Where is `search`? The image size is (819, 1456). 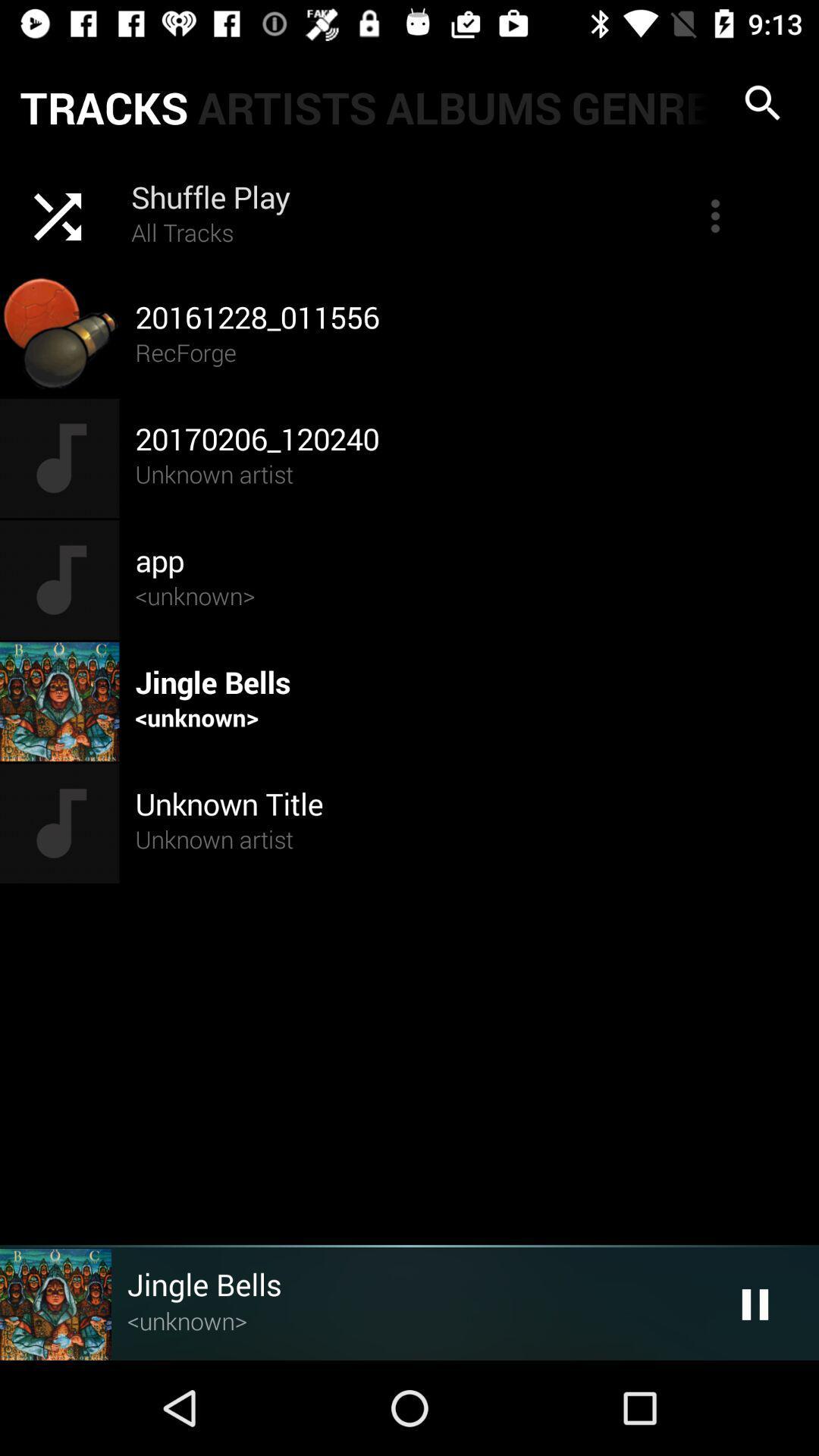
search is located at coordinates (763, 102).